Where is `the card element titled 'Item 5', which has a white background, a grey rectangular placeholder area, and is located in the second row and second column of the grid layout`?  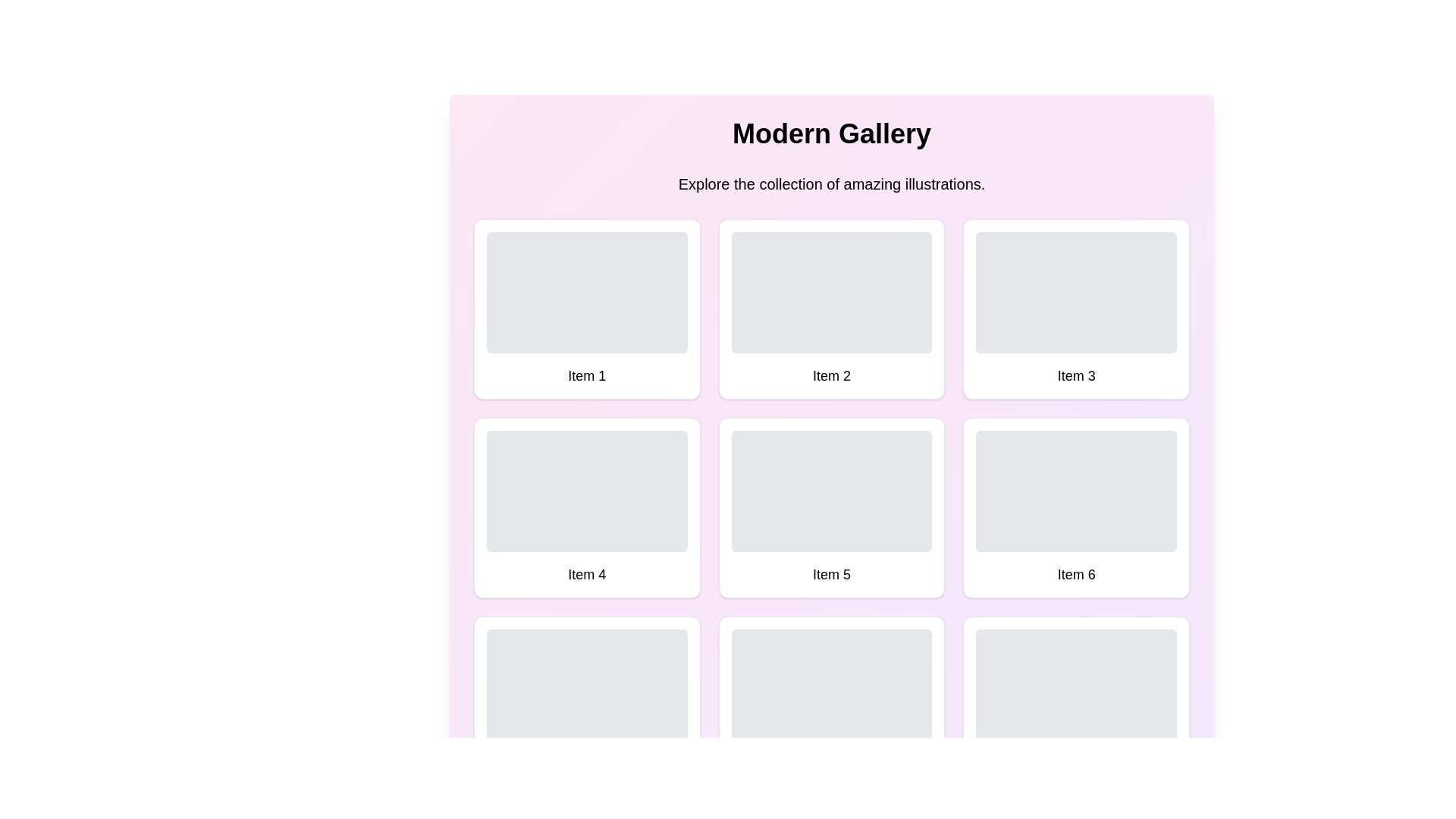 the card element titled 'Item 5', which has a white background, a grey rectangular placeholder area, and is located in the second row and second column of the grid layout is located at coordinates (830, 508).